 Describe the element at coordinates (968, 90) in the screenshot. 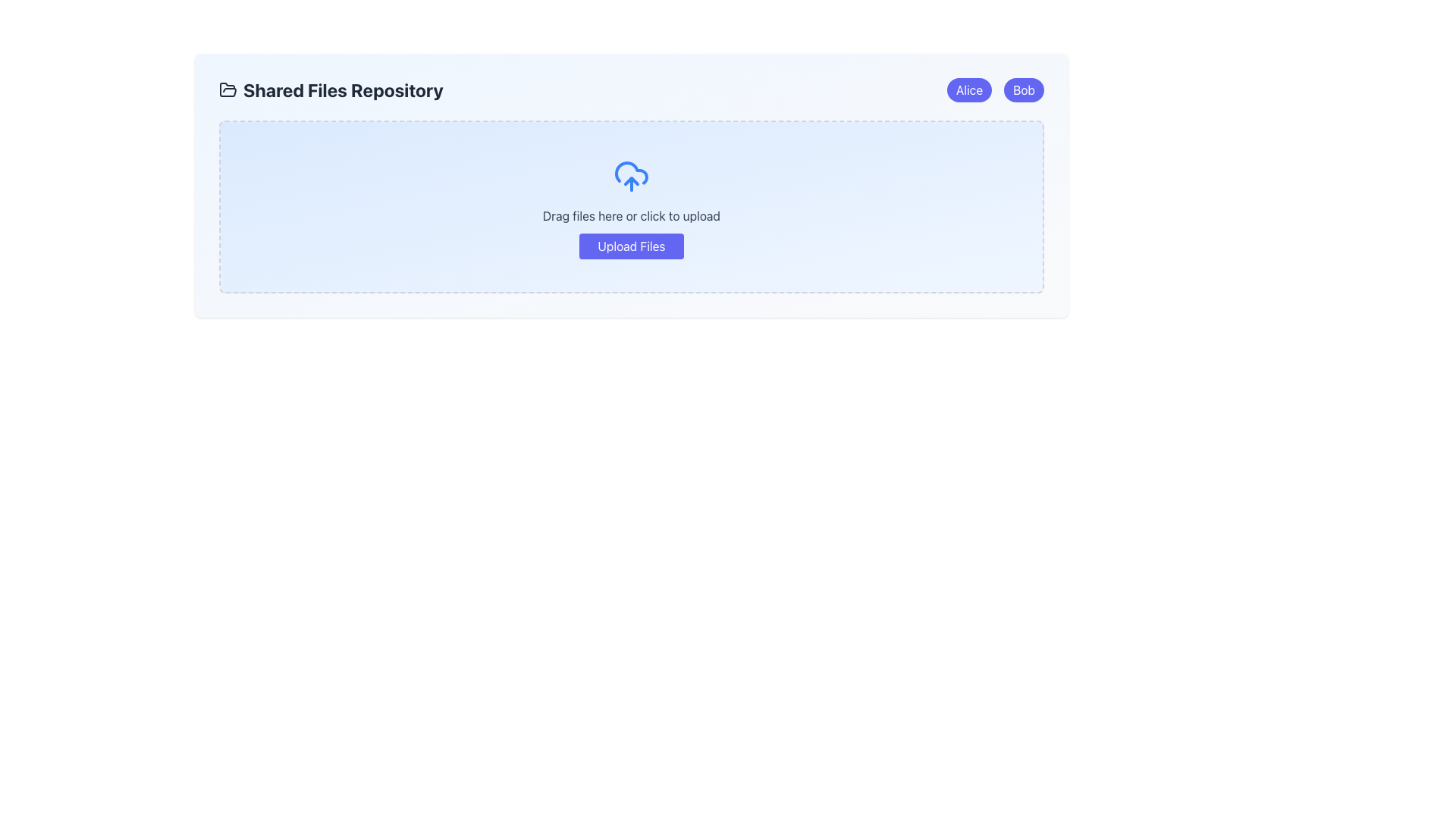

I see `the indigo button labeled 'Alice' located in the upper-right corner, to the left of the 'Bob' button` at that location.